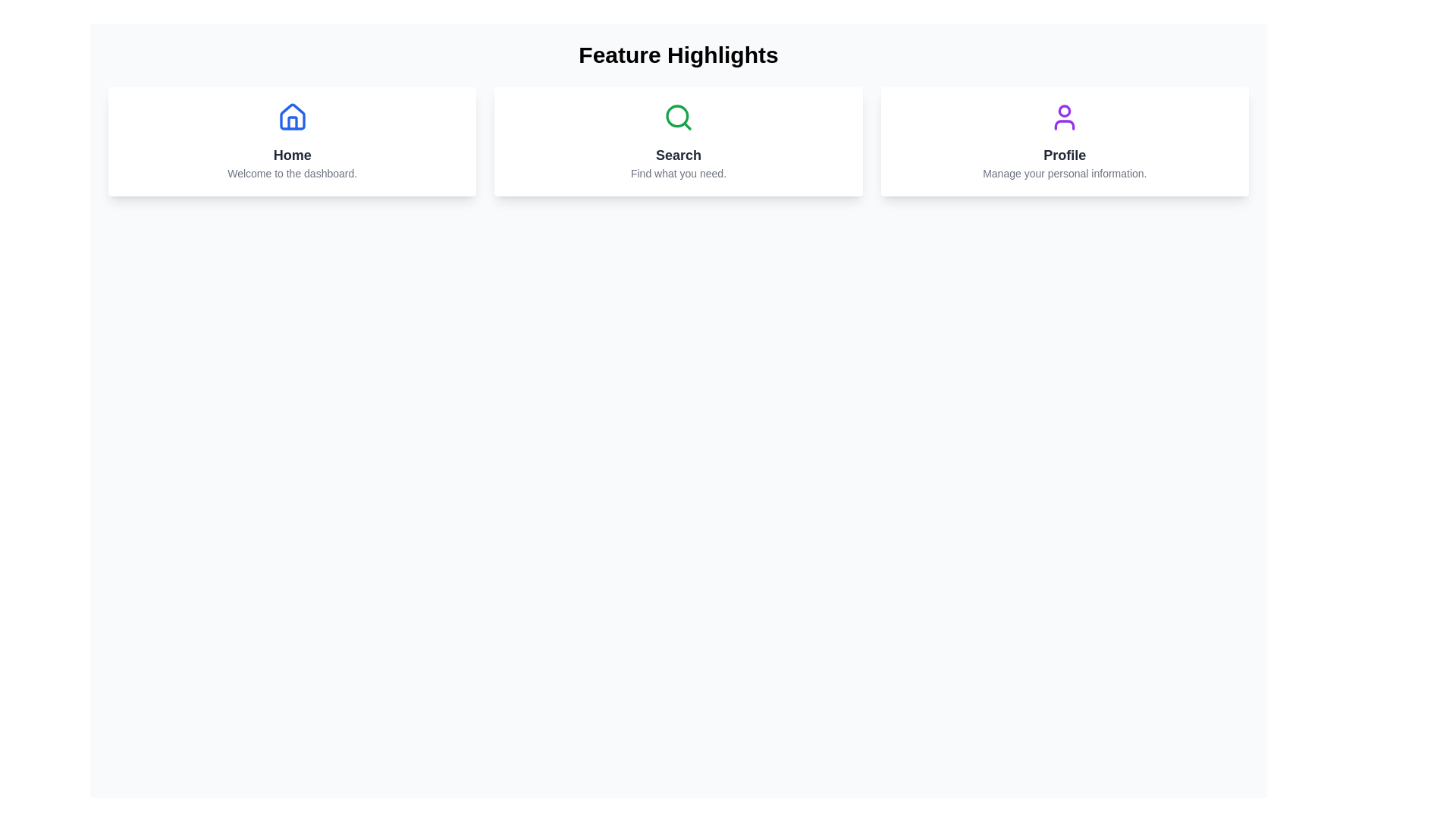 The width and height of the screenshot is (1456, 819). What do you see at coordinates (292, 116) in the screenshot?
I see `the 'Home' icon located above the text 'Home' on the first card in a horizontal arrangement of cards labeled 'Home', 'Search', and 'Profile'` at bounding box center [292, 116].